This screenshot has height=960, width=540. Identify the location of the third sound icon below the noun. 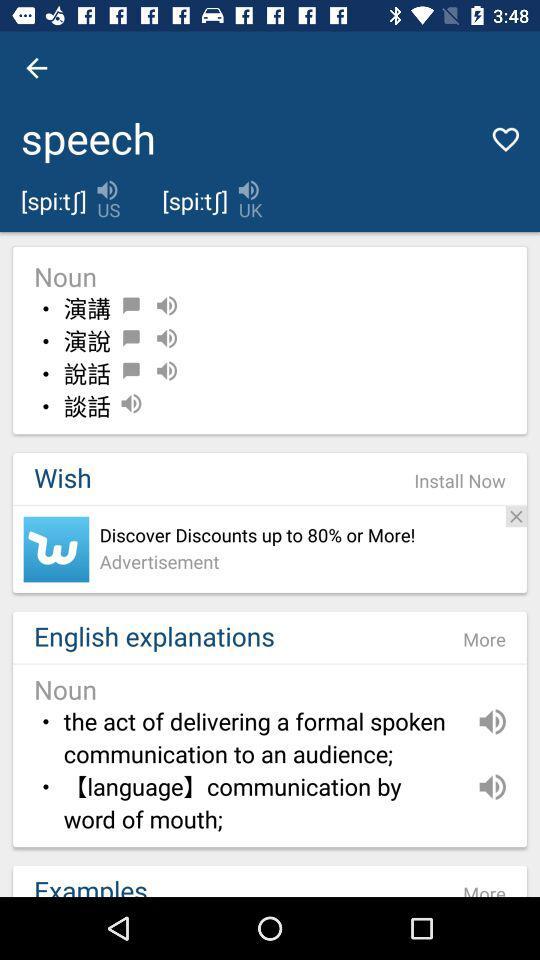
(166, 370).